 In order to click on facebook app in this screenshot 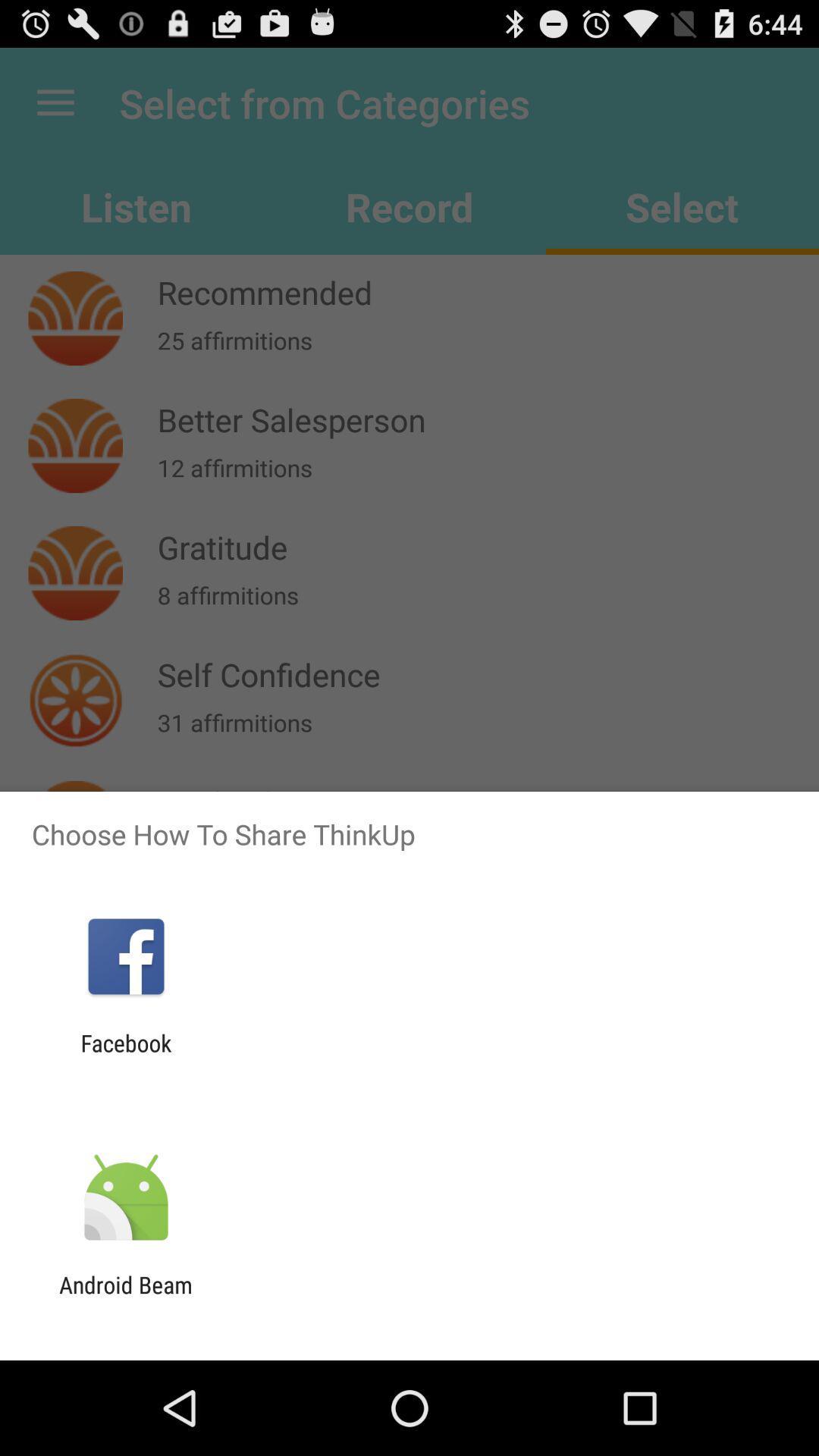, I will do `click(125, 1056)`.